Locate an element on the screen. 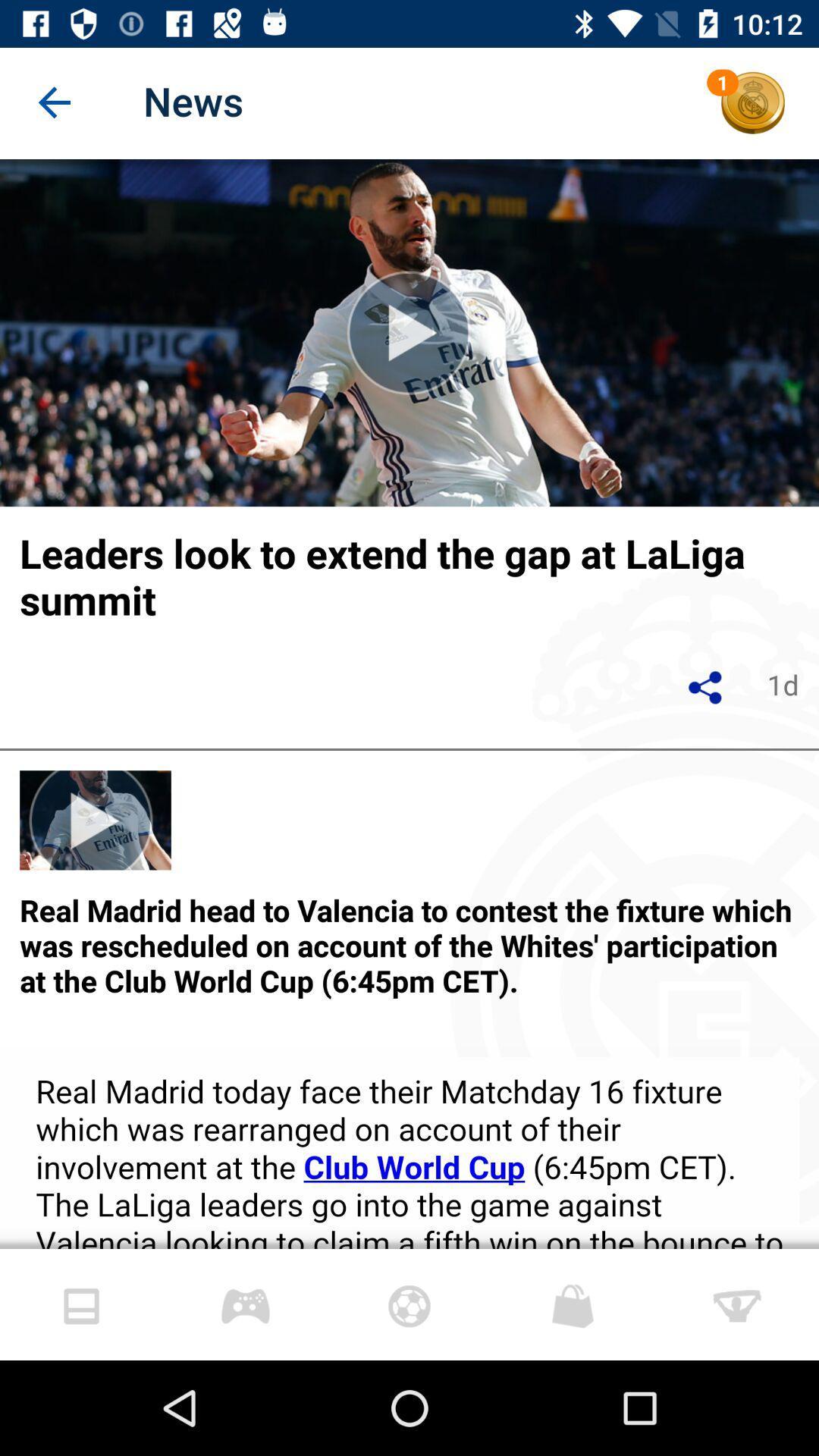 This screenshot has width=819, height=1456. the share icon is located at coordinates (706, 686).